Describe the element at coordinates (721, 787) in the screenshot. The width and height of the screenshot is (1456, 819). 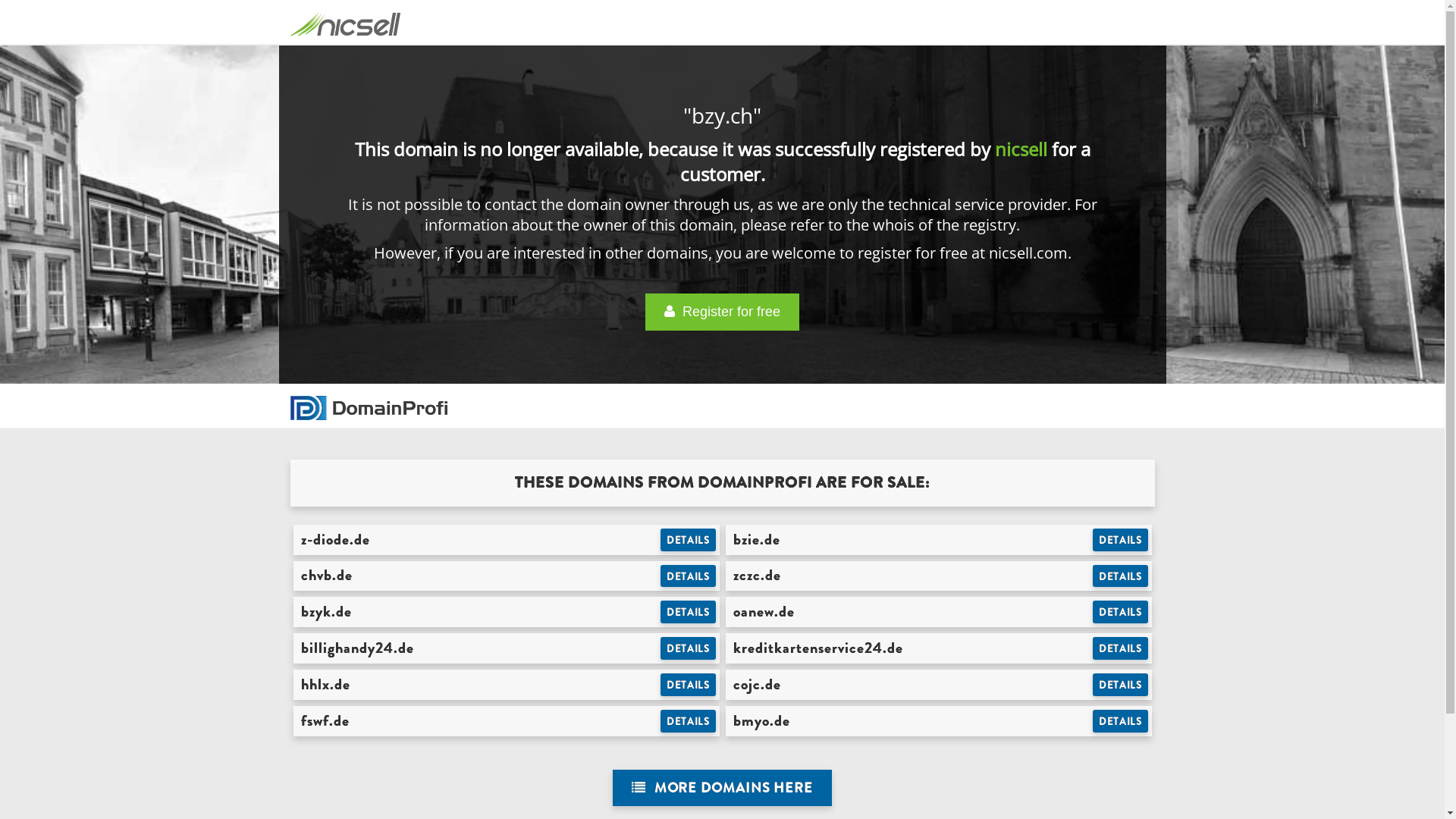
I see `'  MORE DOMAINS HERE'` at that location.